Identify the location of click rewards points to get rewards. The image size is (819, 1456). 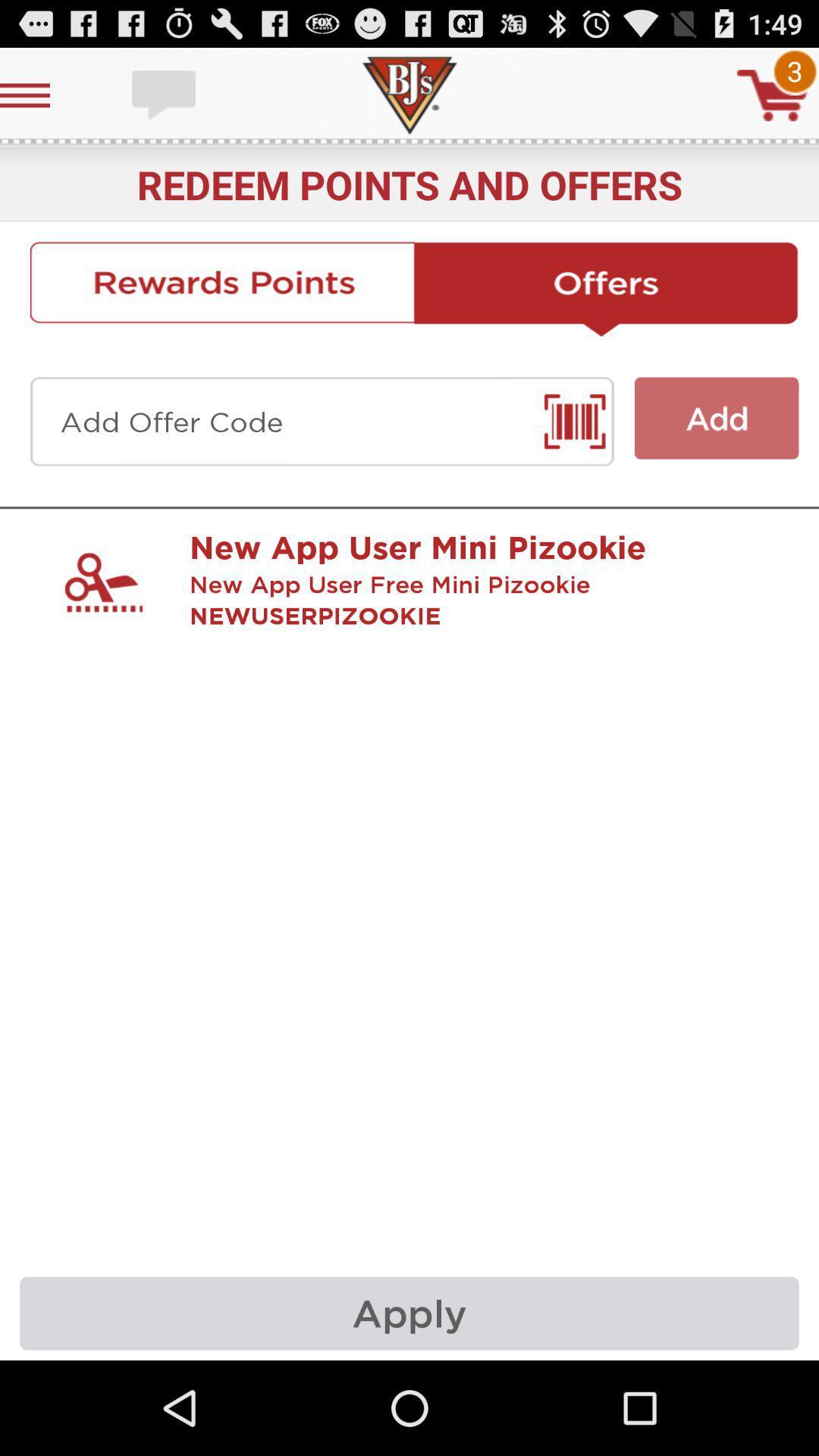
(222, 289).